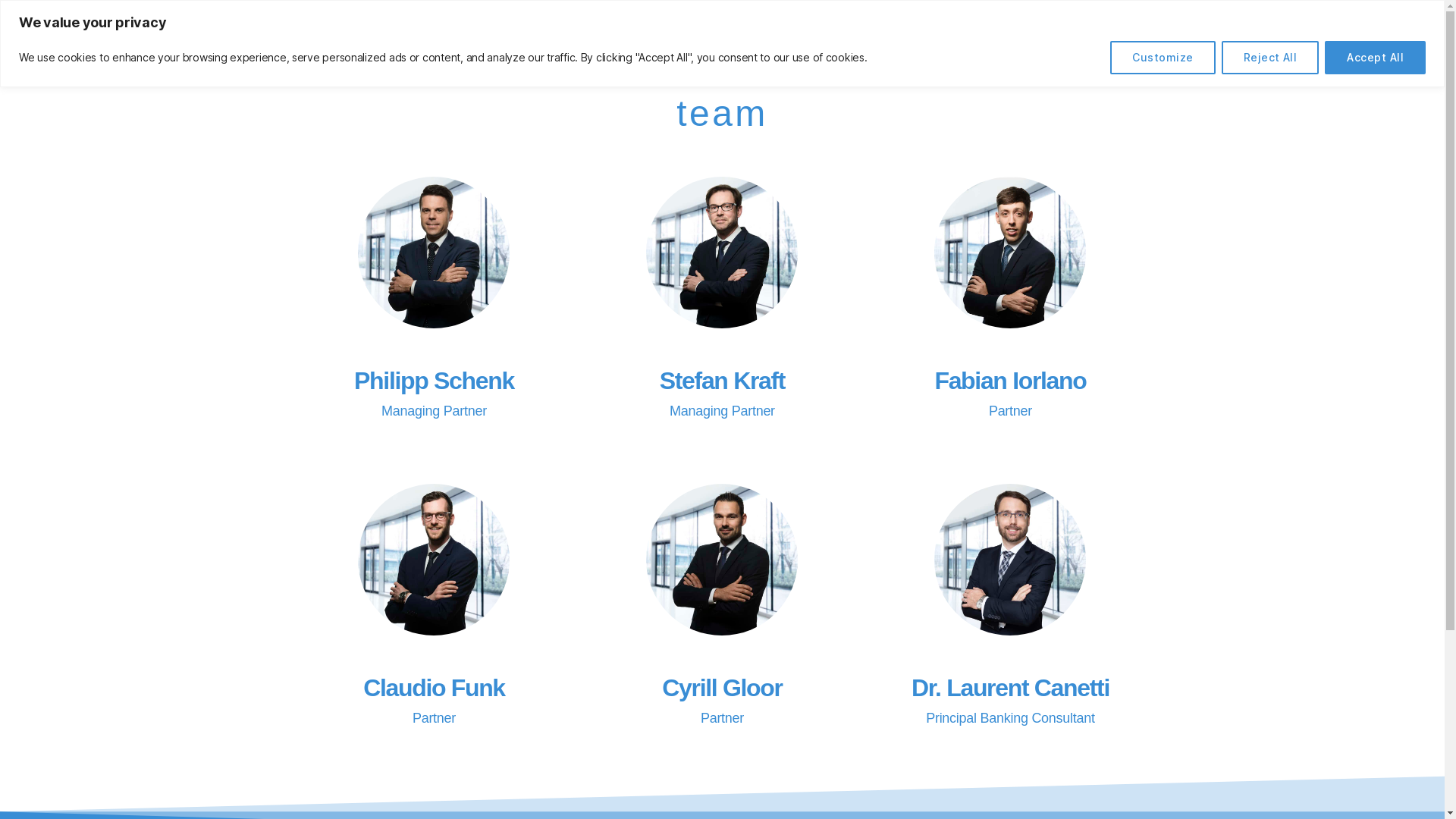  I want to click on 'logo', so click(135, 33).